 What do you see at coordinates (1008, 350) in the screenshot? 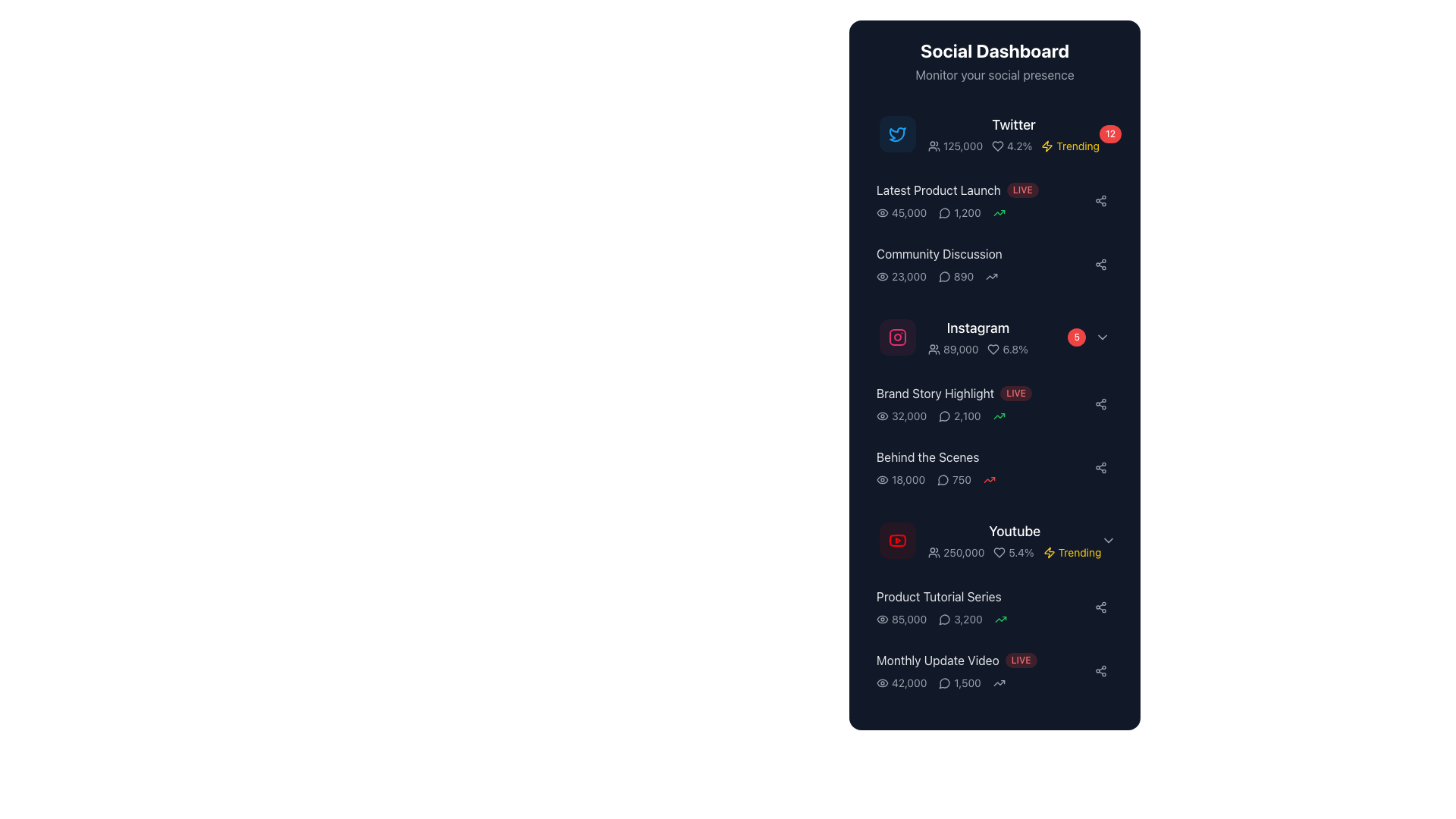
I see `the static text displaying a percentage value related to engagement, located in the 'Instagram' row of the list-like interface, positioned to the right of the text '89,000'` at bounding box center [1008, 350].